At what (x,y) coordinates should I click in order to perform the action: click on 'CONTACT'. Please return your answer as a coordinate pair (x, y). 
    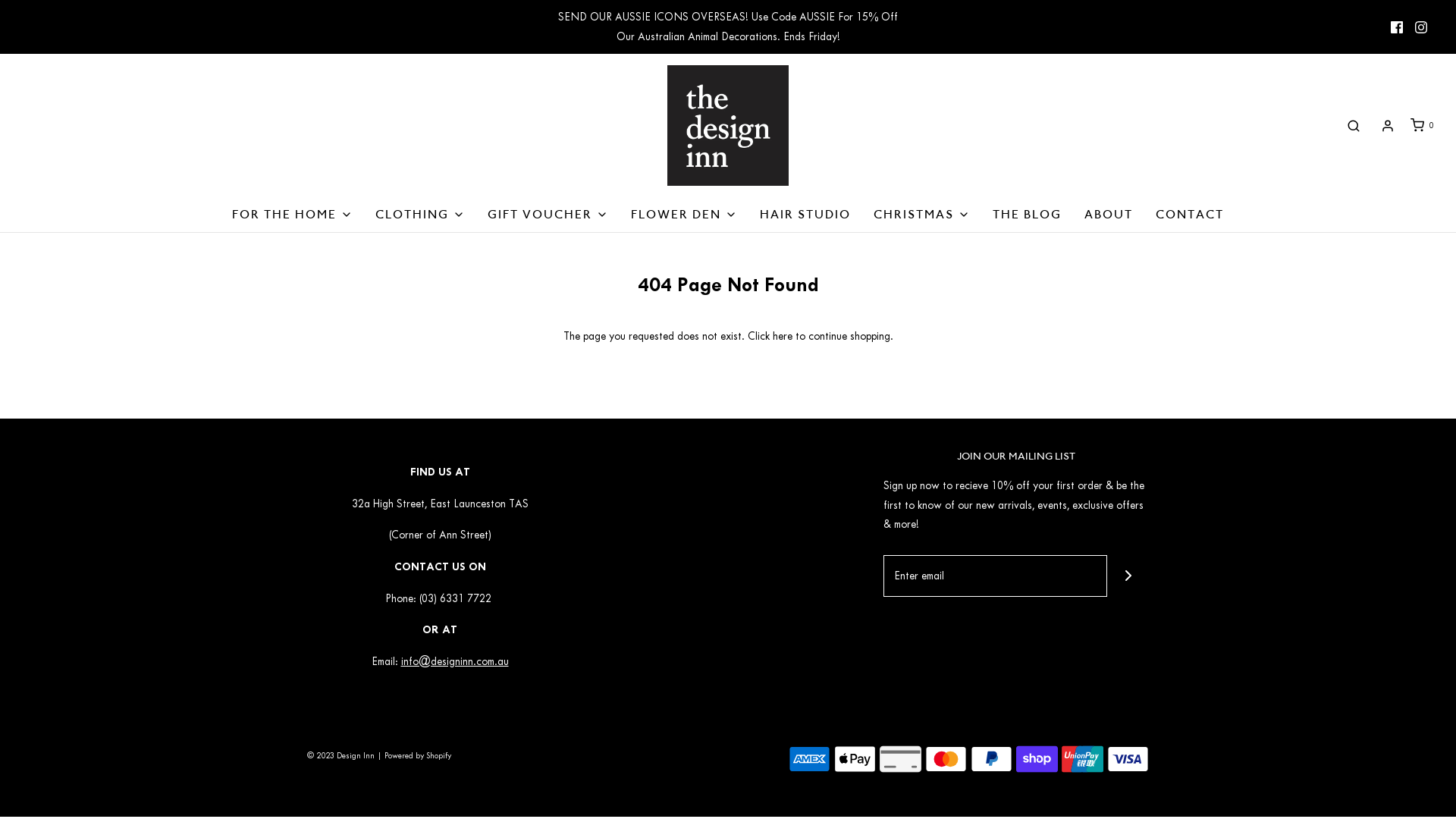
    Looking at the image, I should click on (1189, 214).